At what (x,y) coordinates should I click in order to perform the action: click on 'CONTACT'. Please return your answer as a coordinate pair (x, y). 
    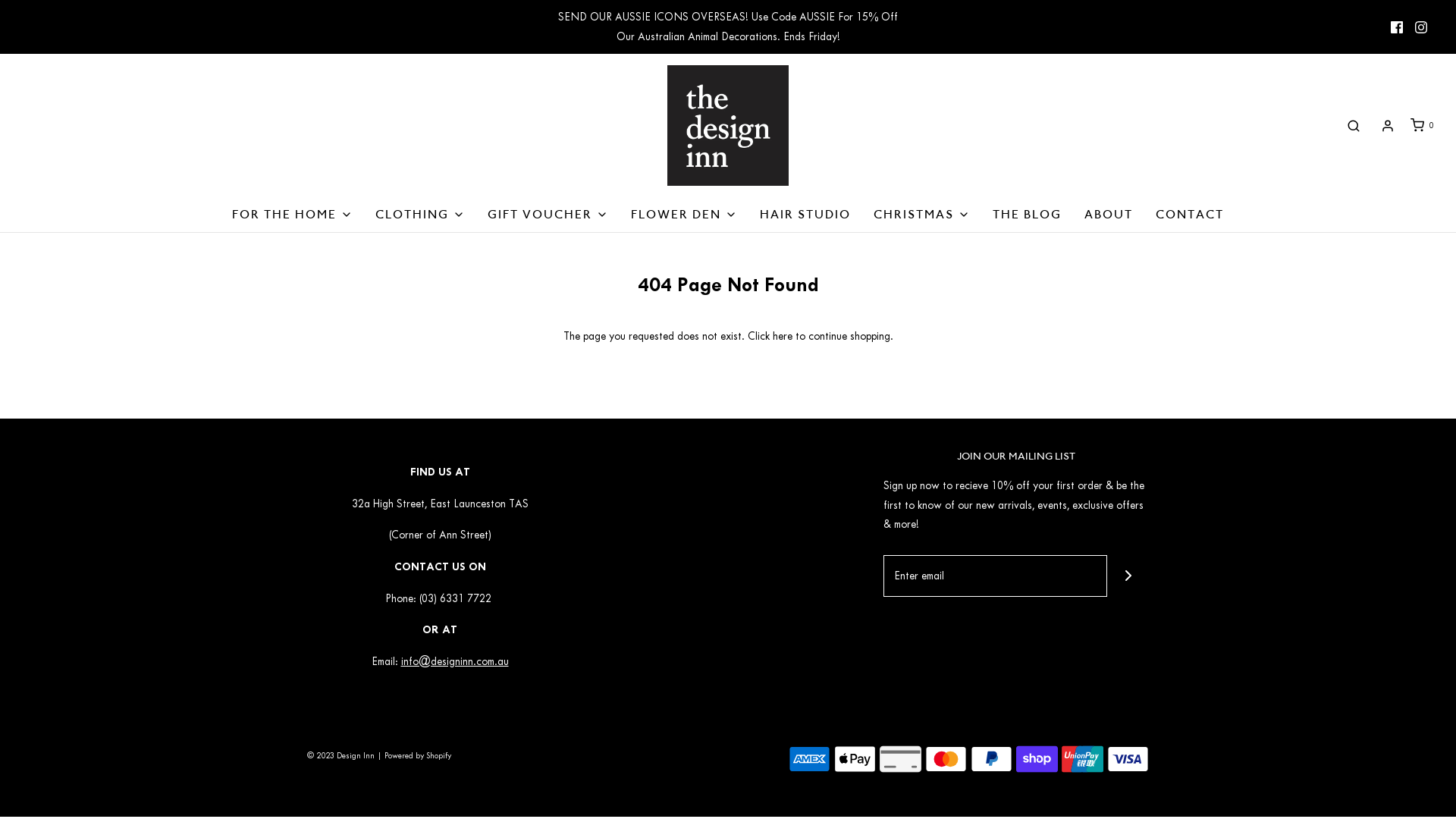
    Looking at the image, I should click on (1189, 214).